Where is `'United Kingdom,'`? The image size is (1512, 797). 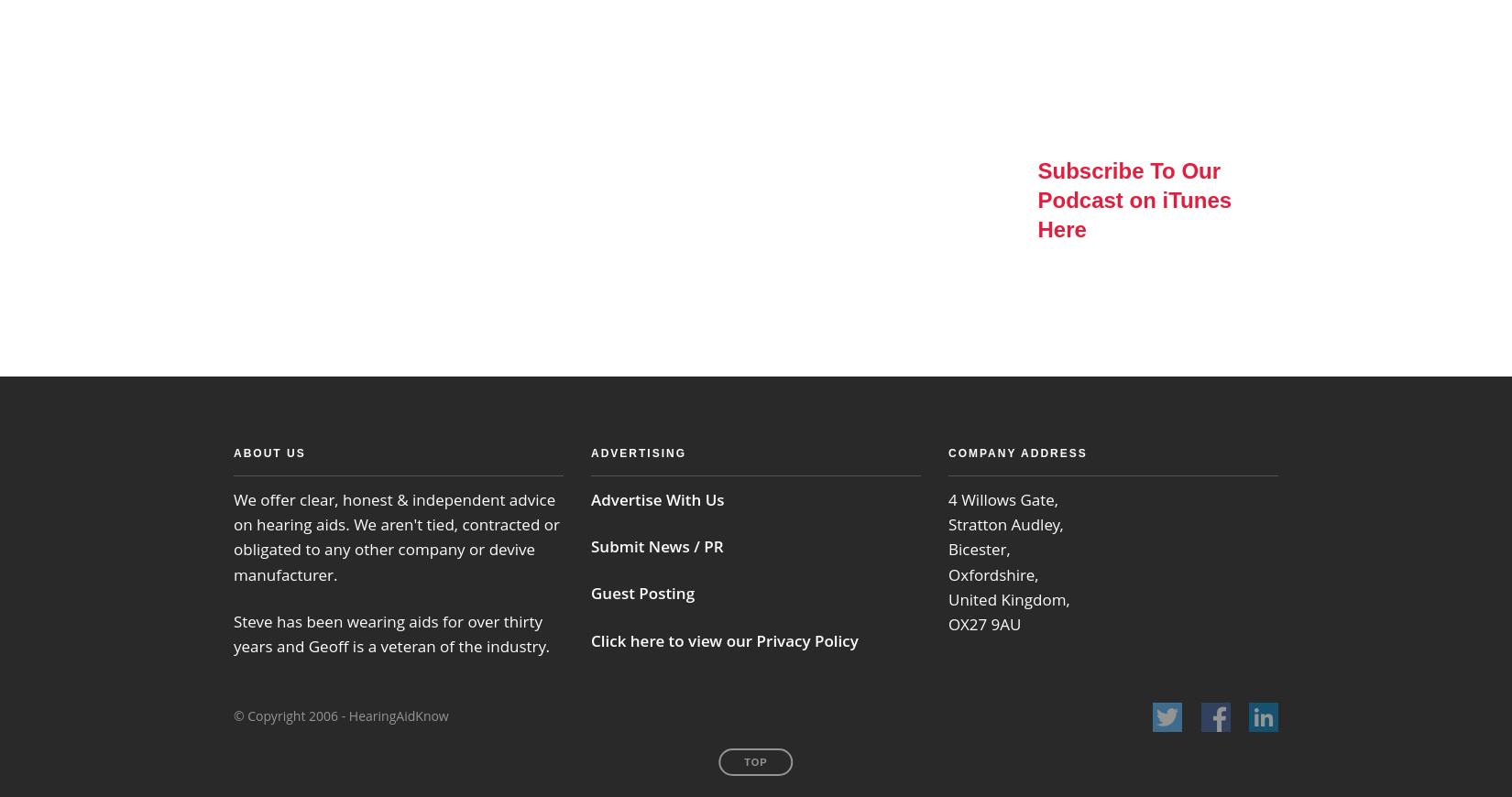 'United Kingdom,' is located at coordinates (1009, 597).